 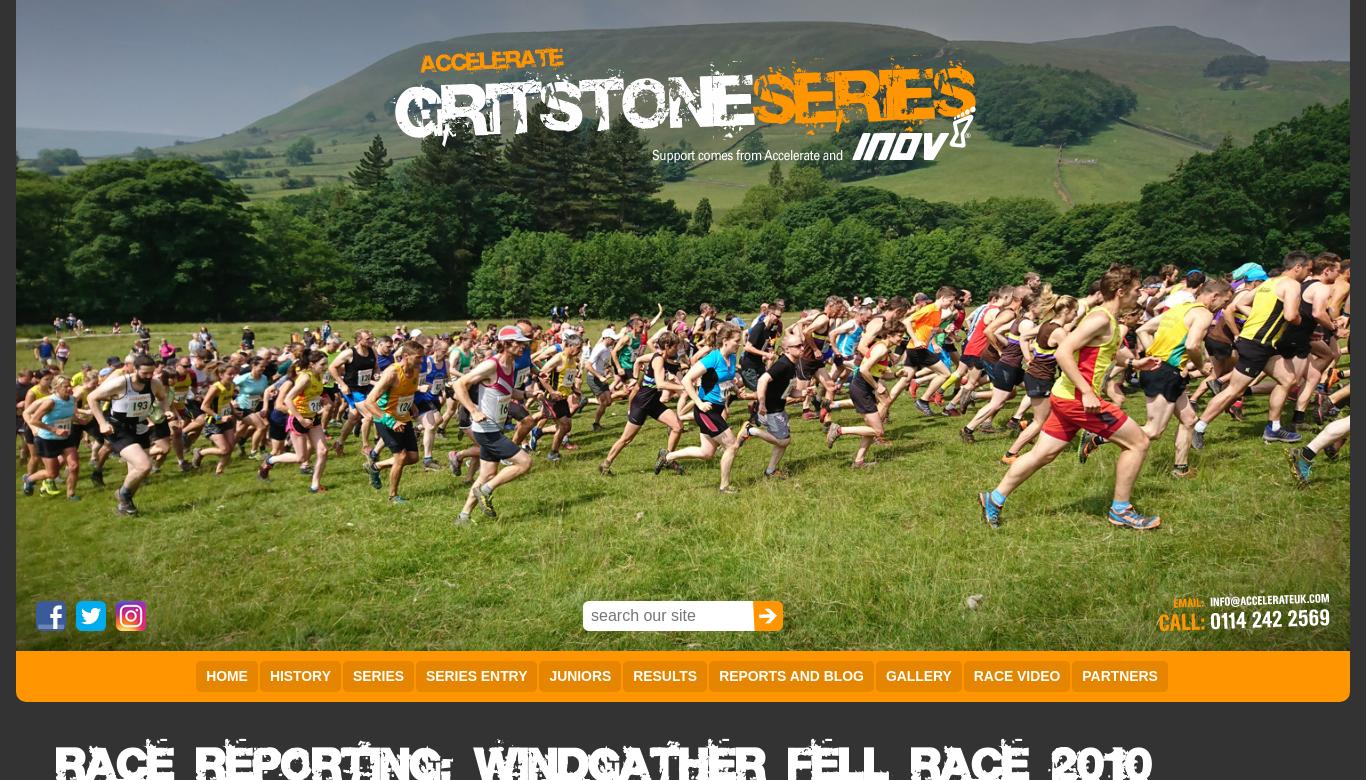 I want to click on 'Series Entry', so click(x=476, y=675).